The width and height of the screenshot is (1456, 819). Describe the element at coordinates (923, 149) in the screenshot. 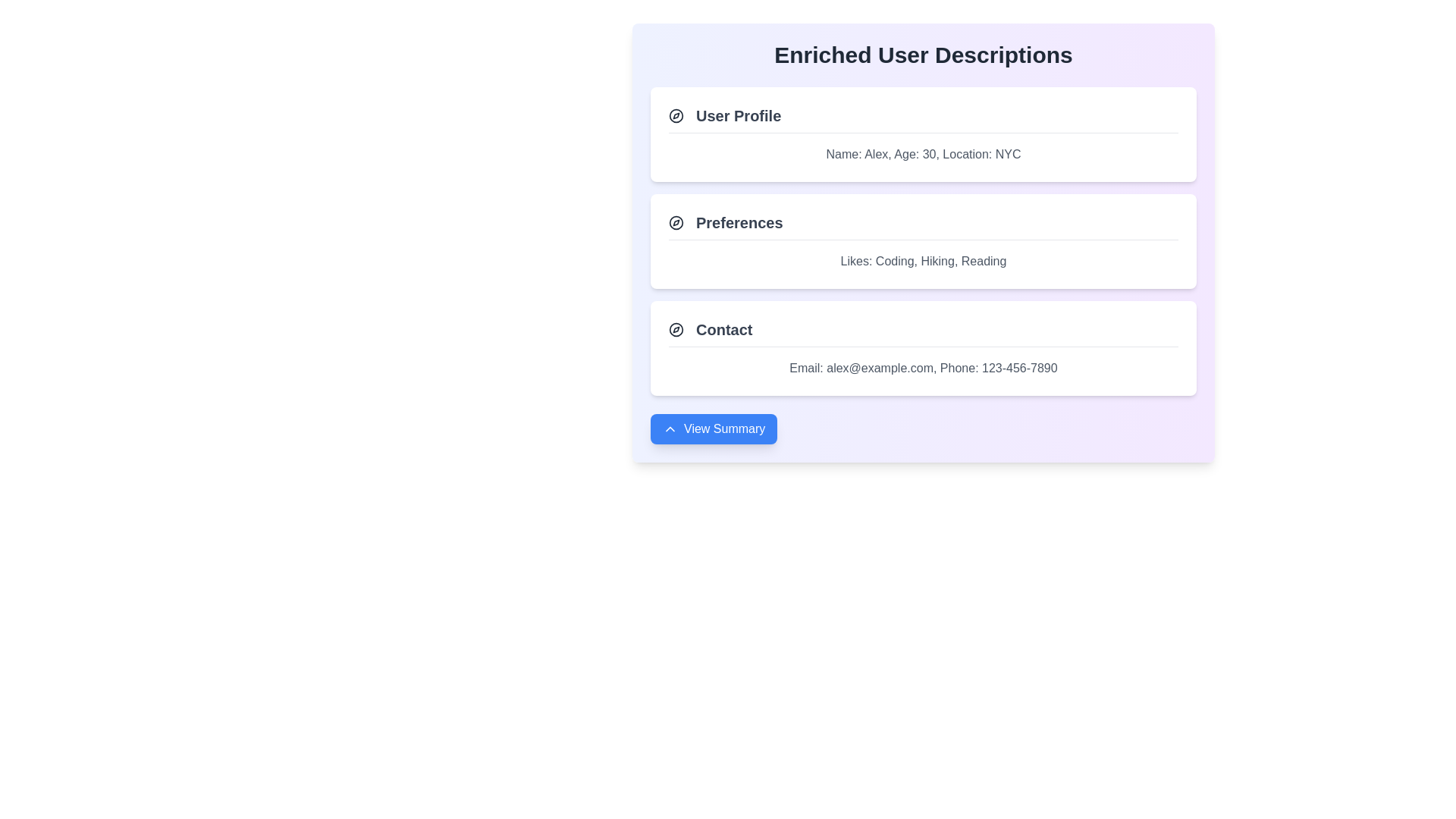

I see `the text display field that shows basic personal information, located below the 'User Profile' title` at that location.